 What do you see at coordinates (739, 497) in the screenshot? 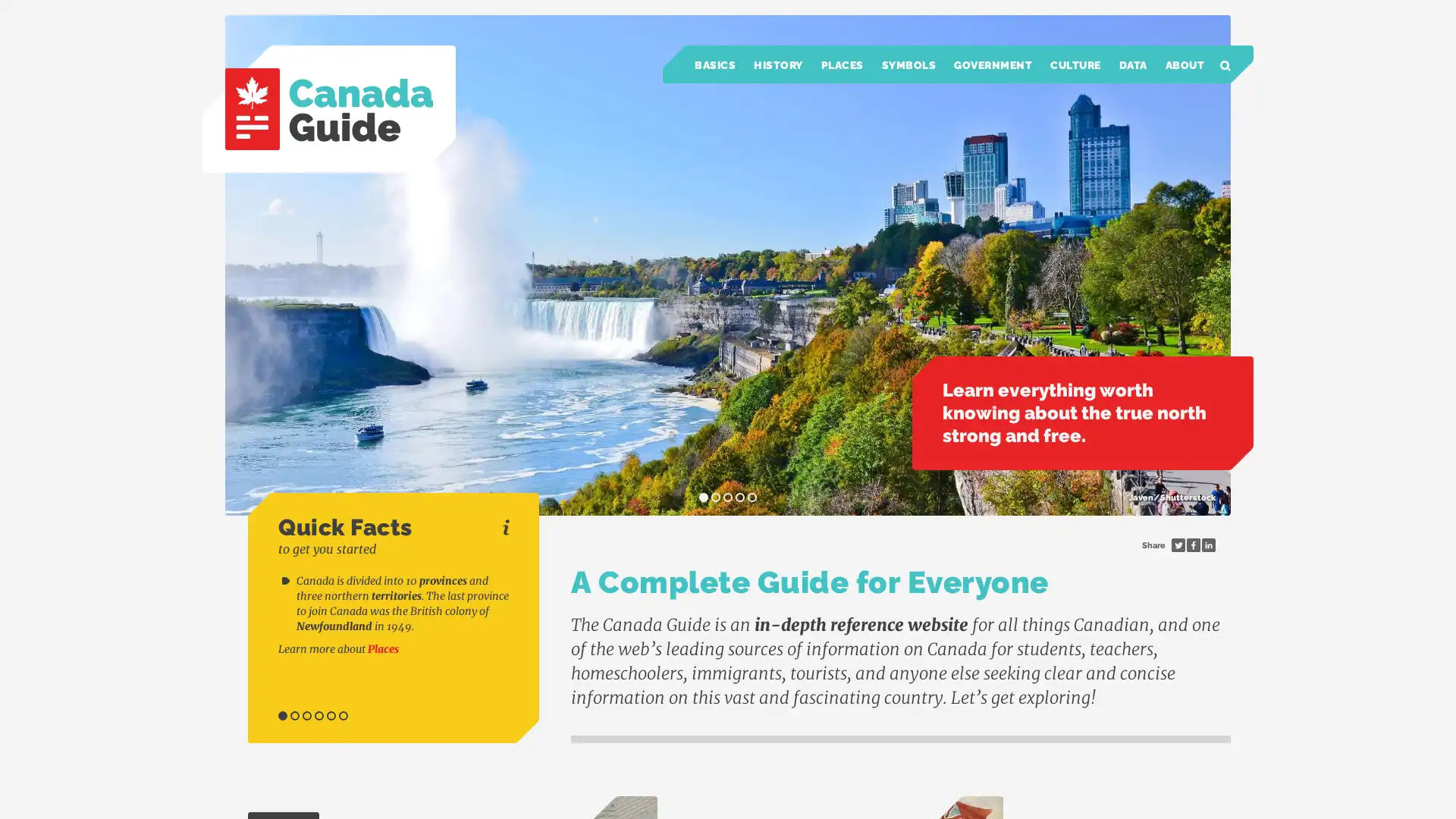
I see `Go to slide 4` at bounding box center [739, 497].